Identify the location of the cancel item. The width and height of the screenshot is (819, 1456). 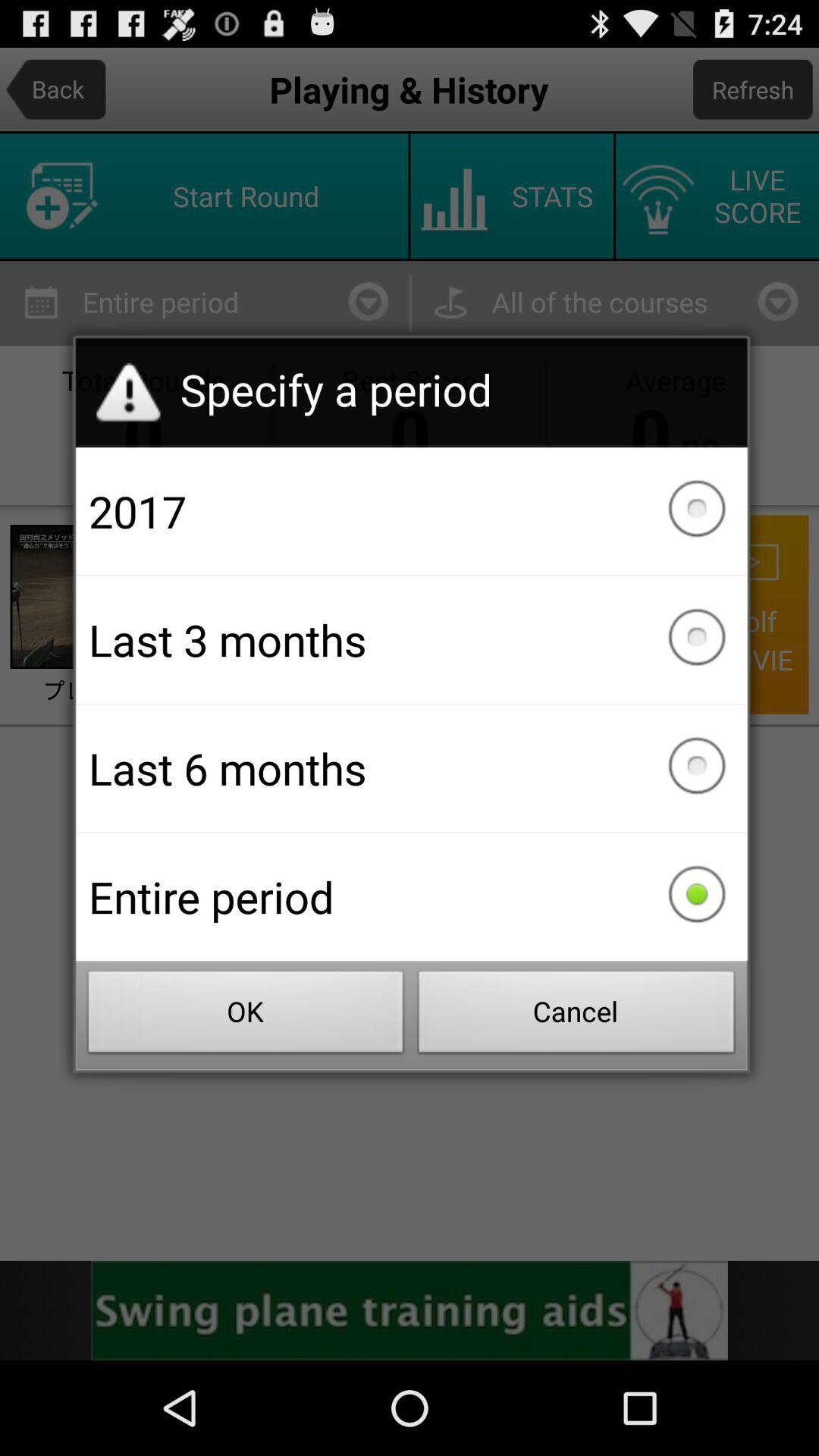
(576, 1016).